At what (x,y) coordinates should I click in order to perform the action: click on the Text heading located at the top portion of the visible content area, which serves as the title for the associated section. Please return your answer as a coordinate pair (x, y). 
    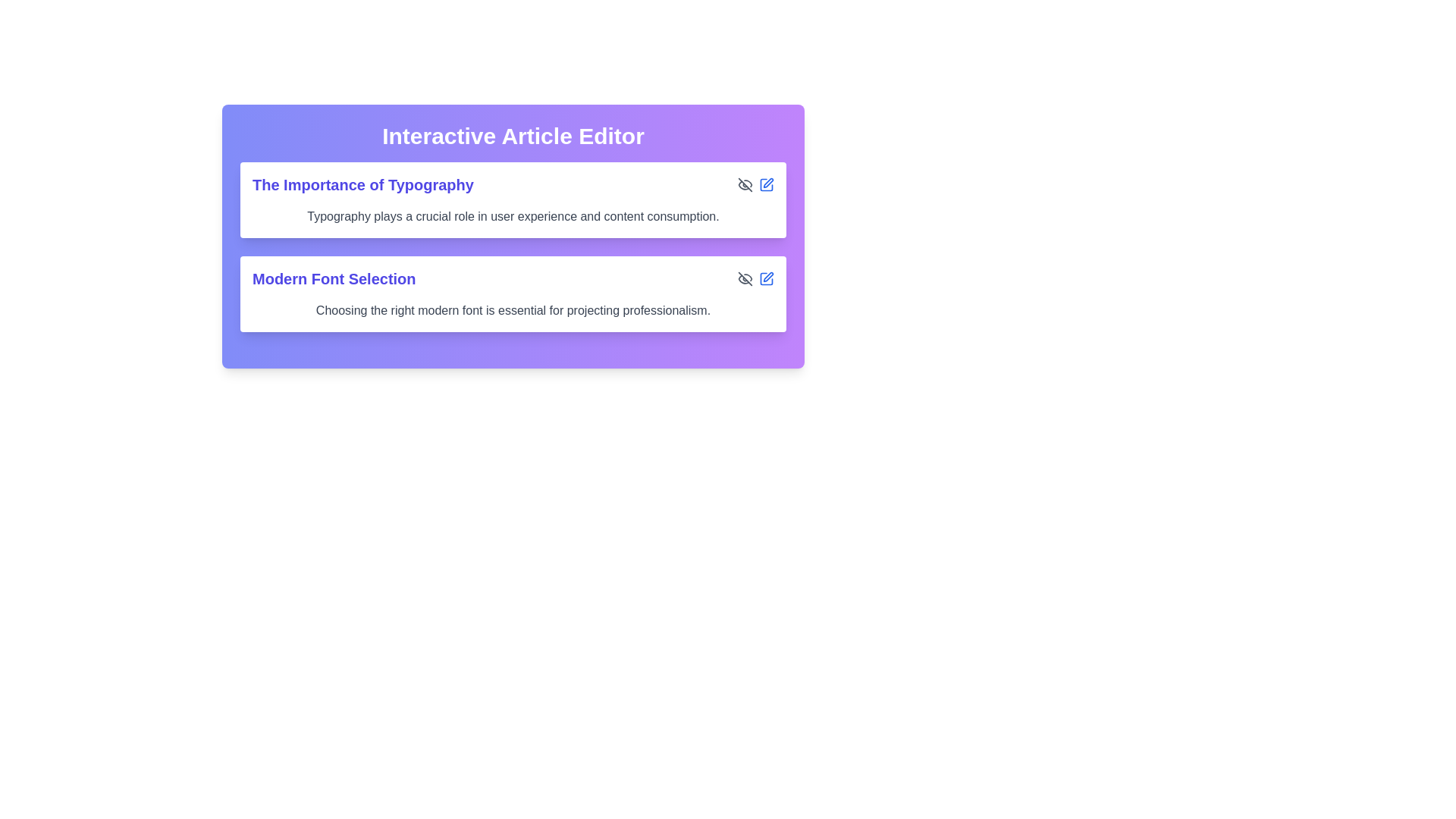
    Looking at the image, I should click on (362, 184).